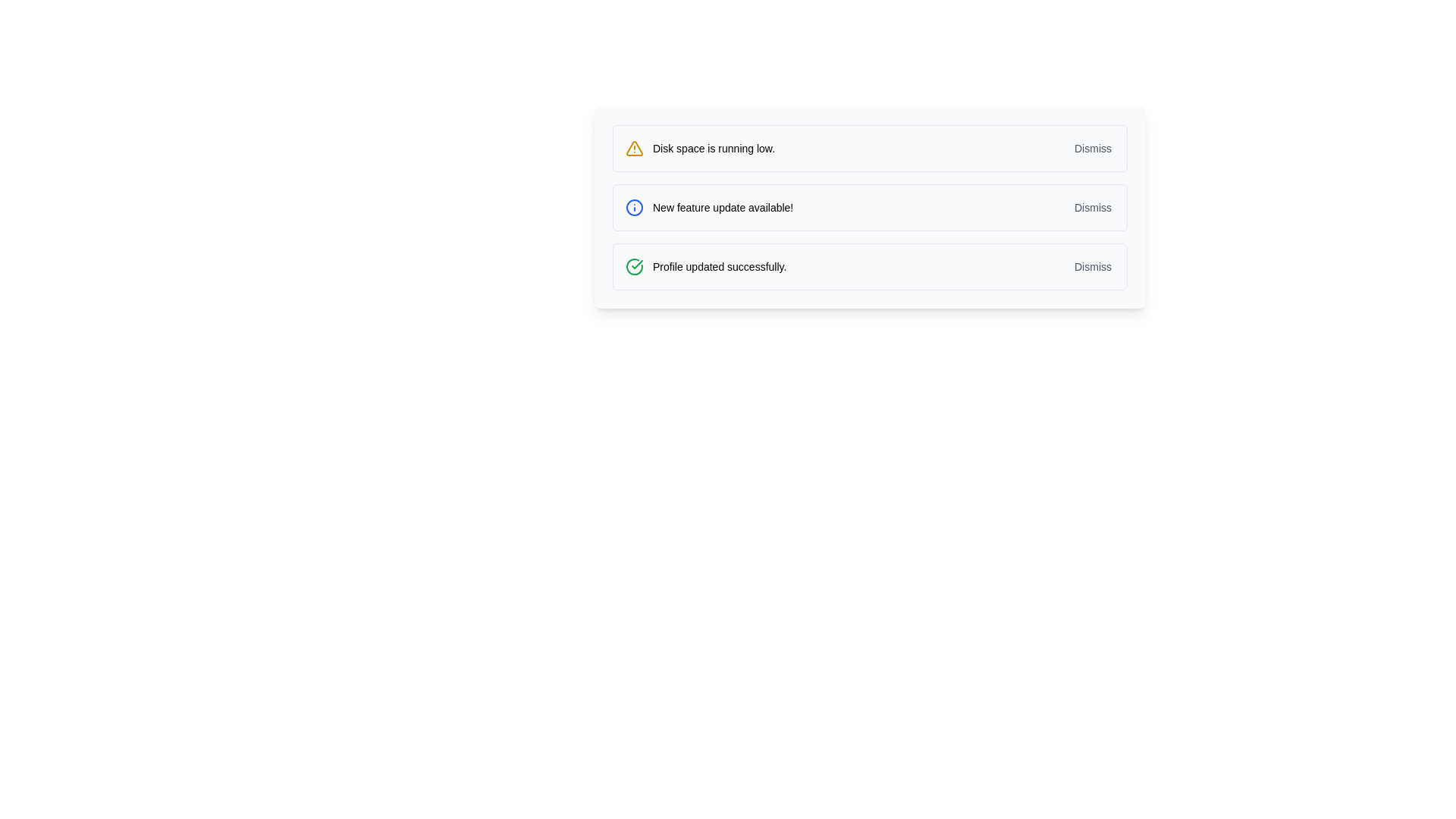 The width and height of the screenshot is (1456, 819). Describe the element at coordinates (634, 149) in the screenshot. I see `the warning icon indicating low disk space, which is located on the leftmost side of the notification bar` at that location.